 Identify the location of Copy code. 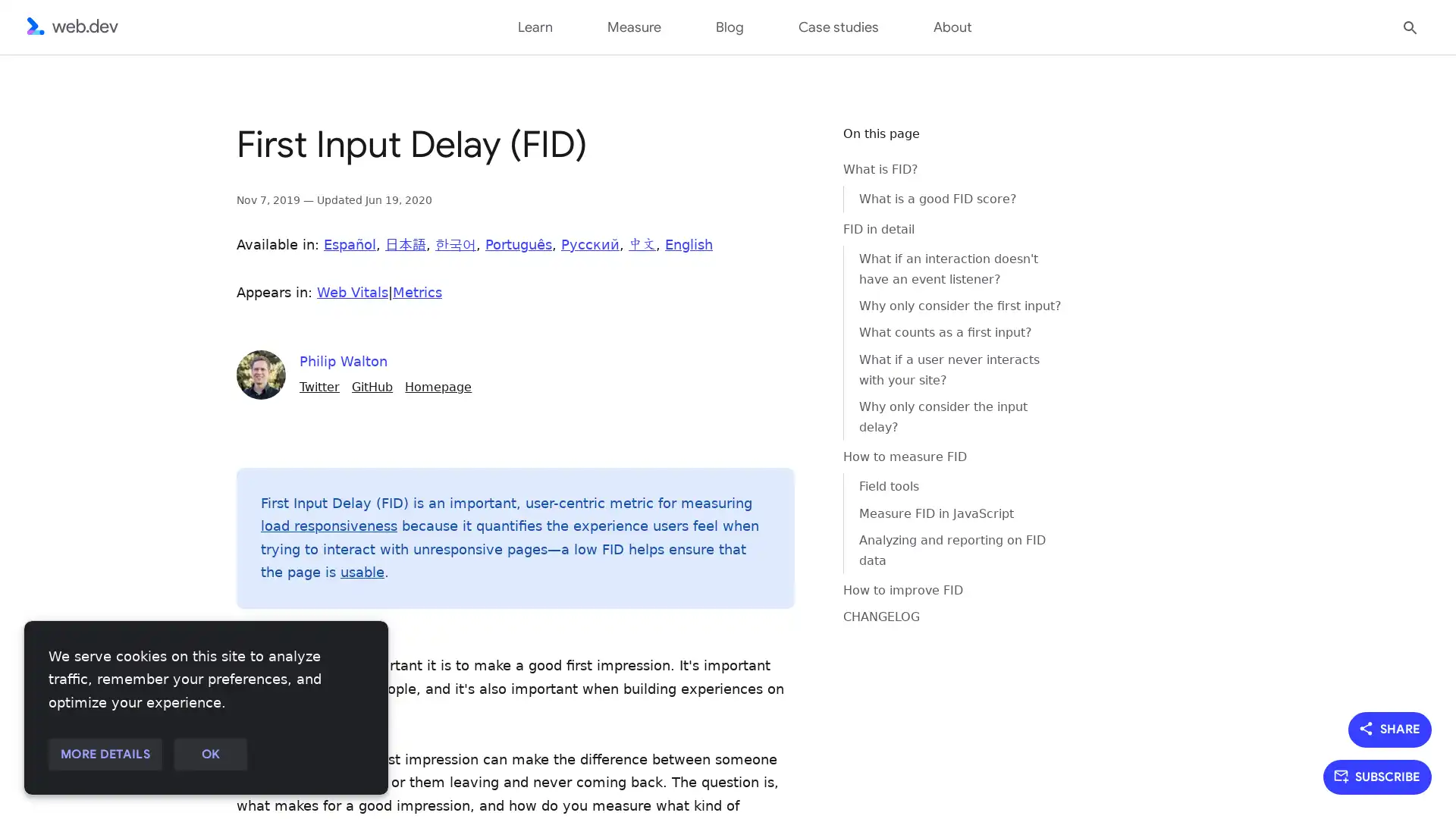
(793, 146).